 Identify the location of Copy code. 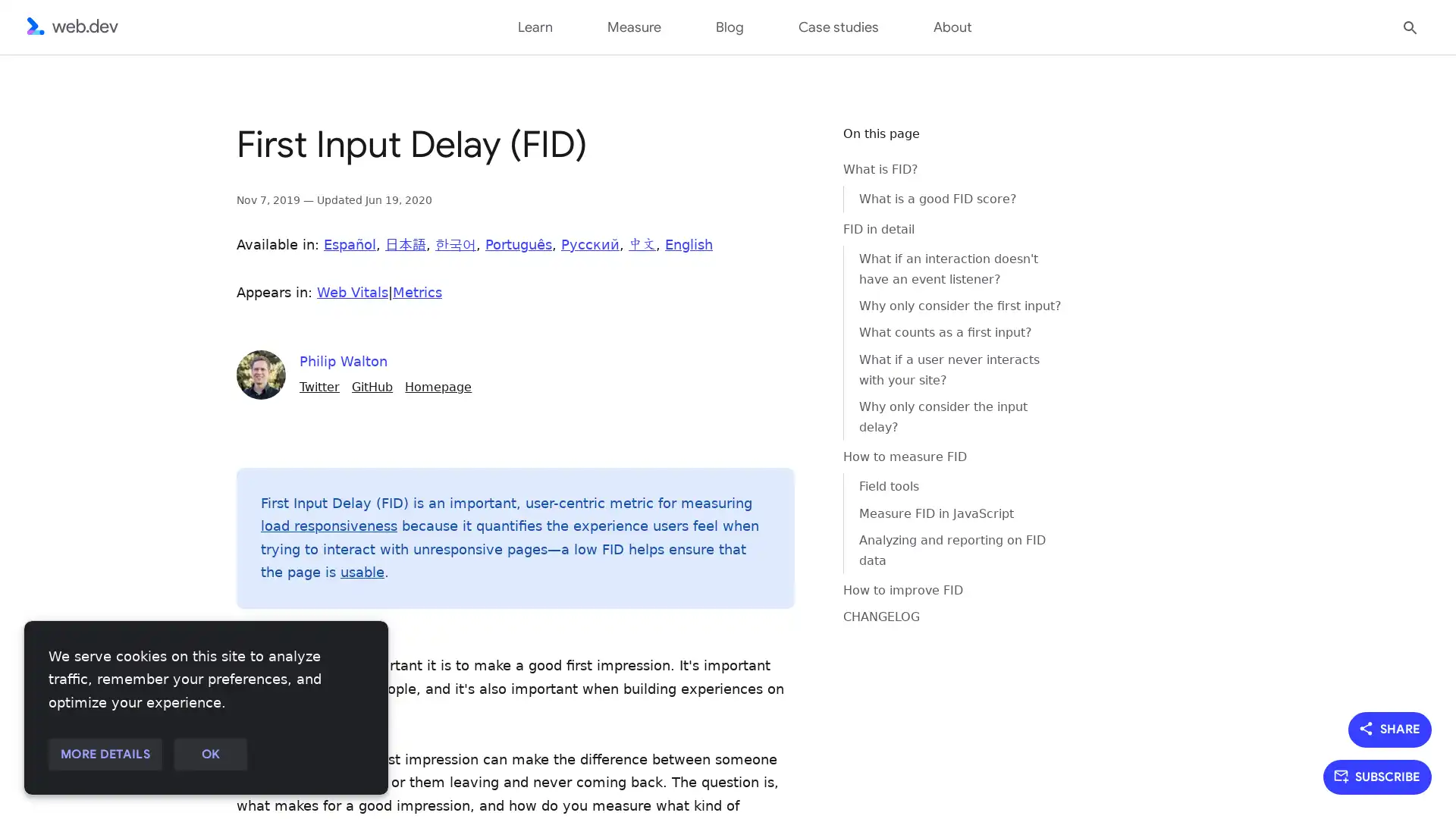
(793, 146).